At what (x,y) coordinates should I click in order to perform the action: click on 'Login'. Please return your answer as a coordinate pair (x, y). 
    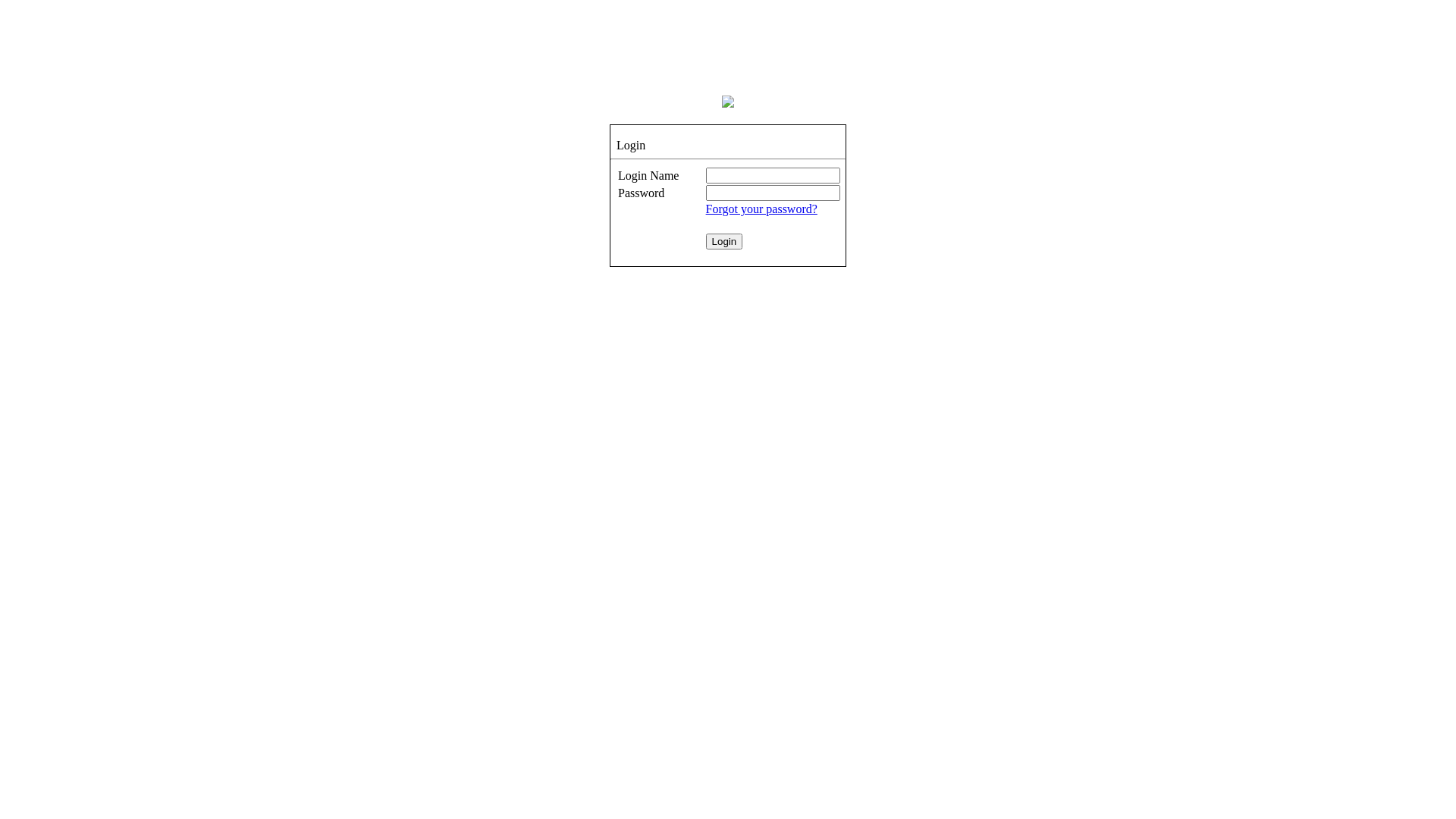
    Looking at the image, I should click on (723, 240).